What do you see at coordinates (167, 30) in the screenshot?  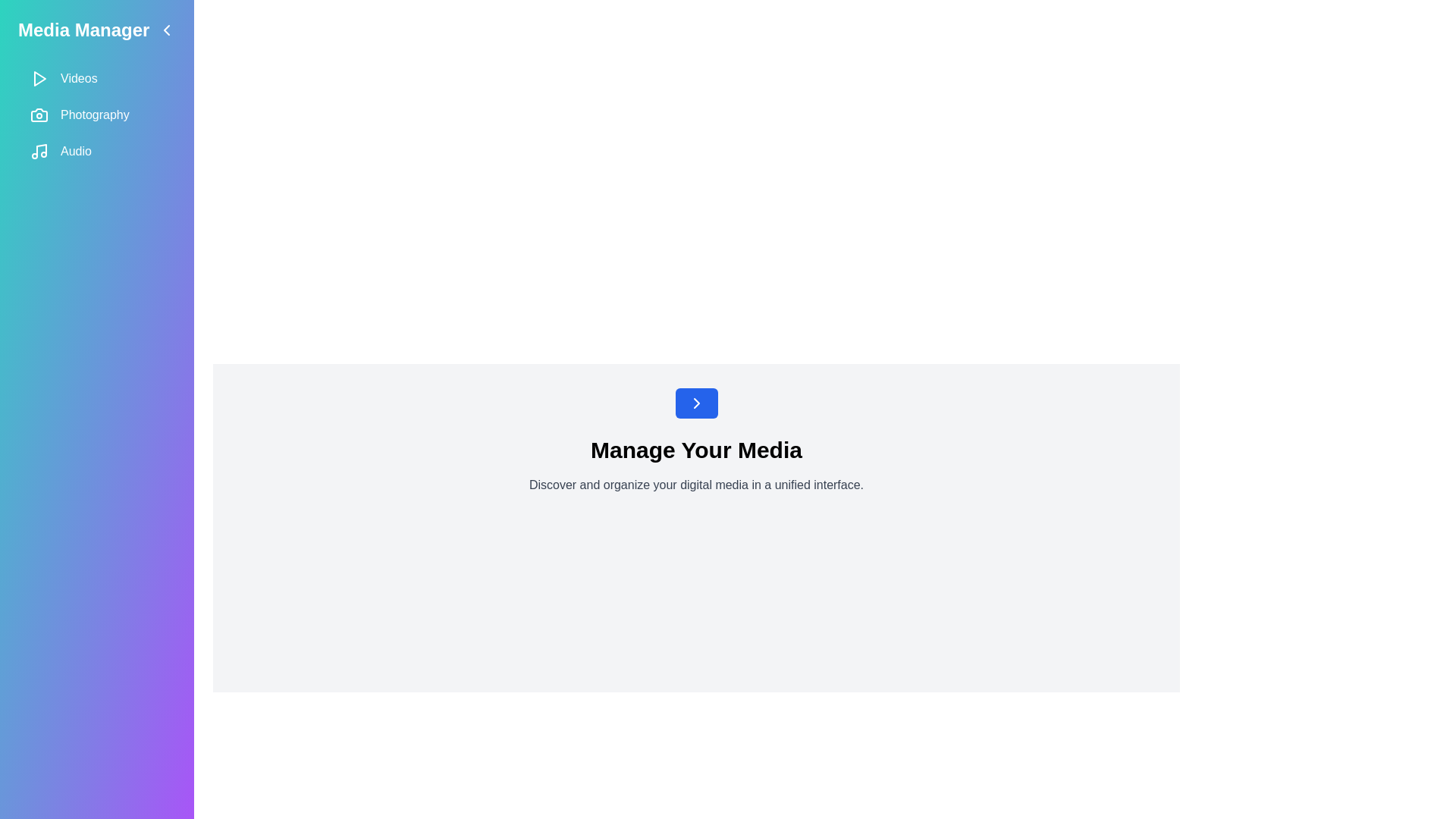 I see `the arrow button to toggle the sidebar visibility` at bounding box center [167, 30].